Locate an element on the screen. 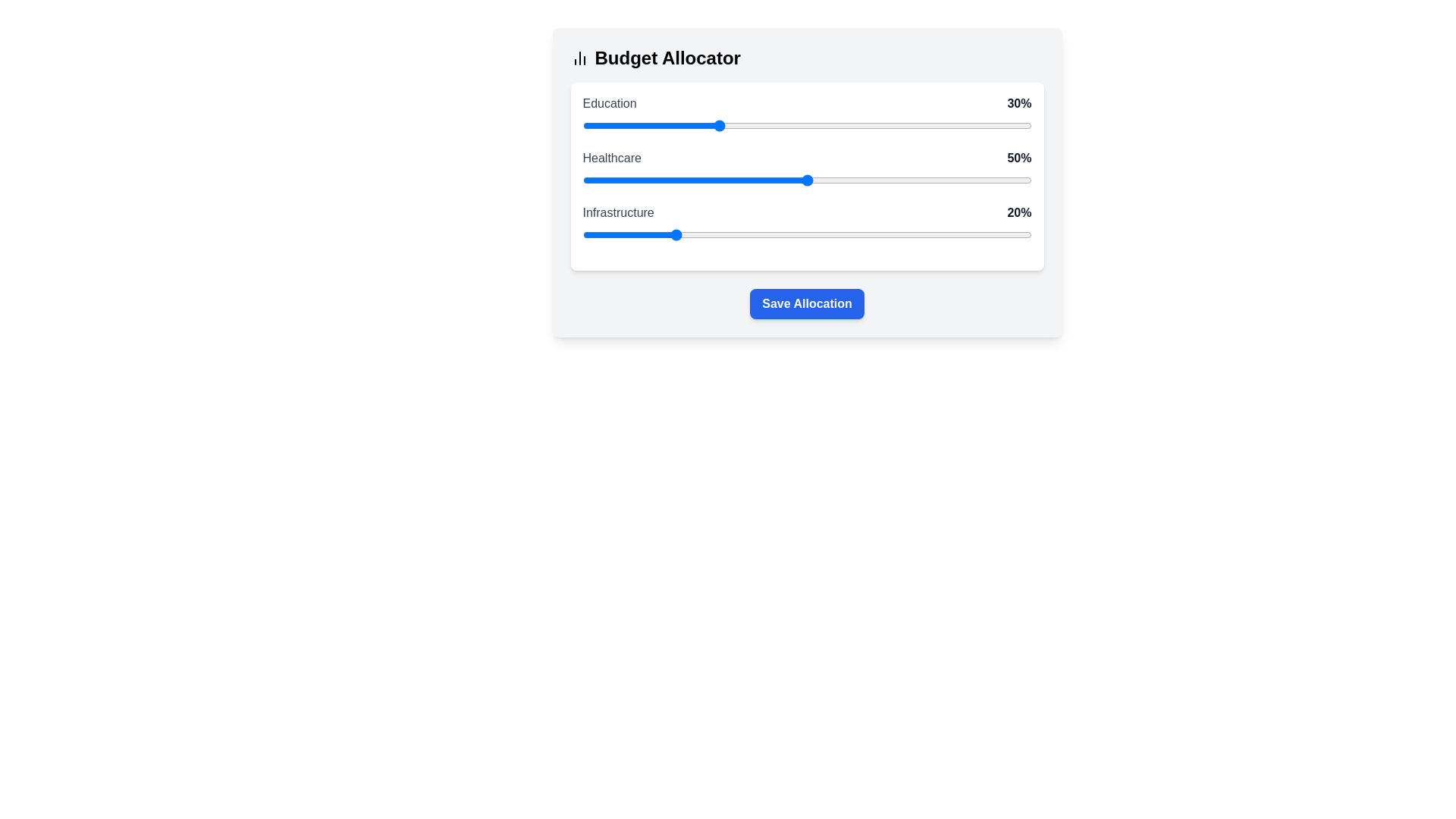 The image size is (1456, 819). the healthcare allocation slider is located at coordinates (910, 180).